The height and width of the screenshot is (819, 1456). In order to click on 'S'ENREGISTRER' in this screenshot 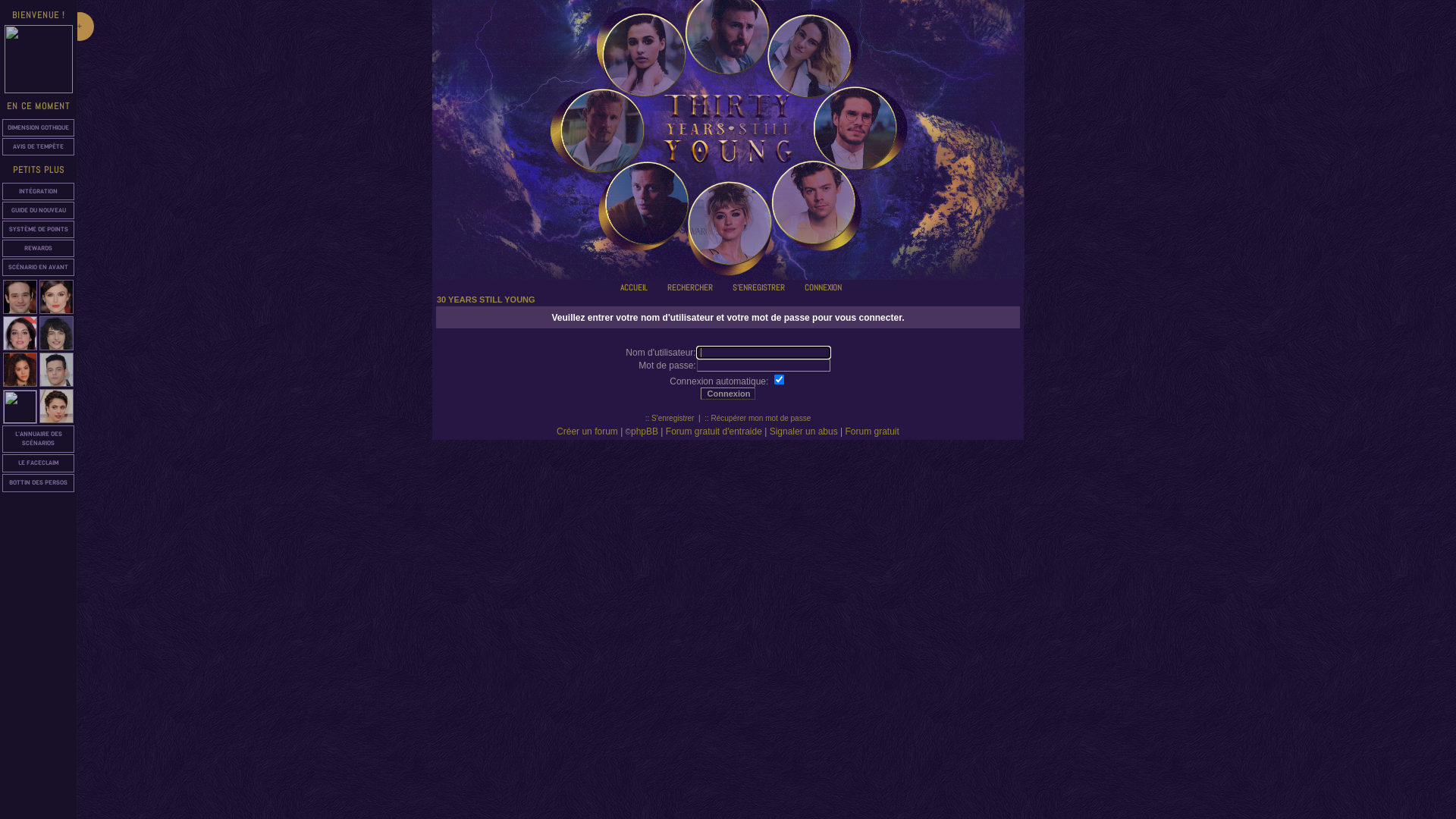, I will do `click(752, 287)`.